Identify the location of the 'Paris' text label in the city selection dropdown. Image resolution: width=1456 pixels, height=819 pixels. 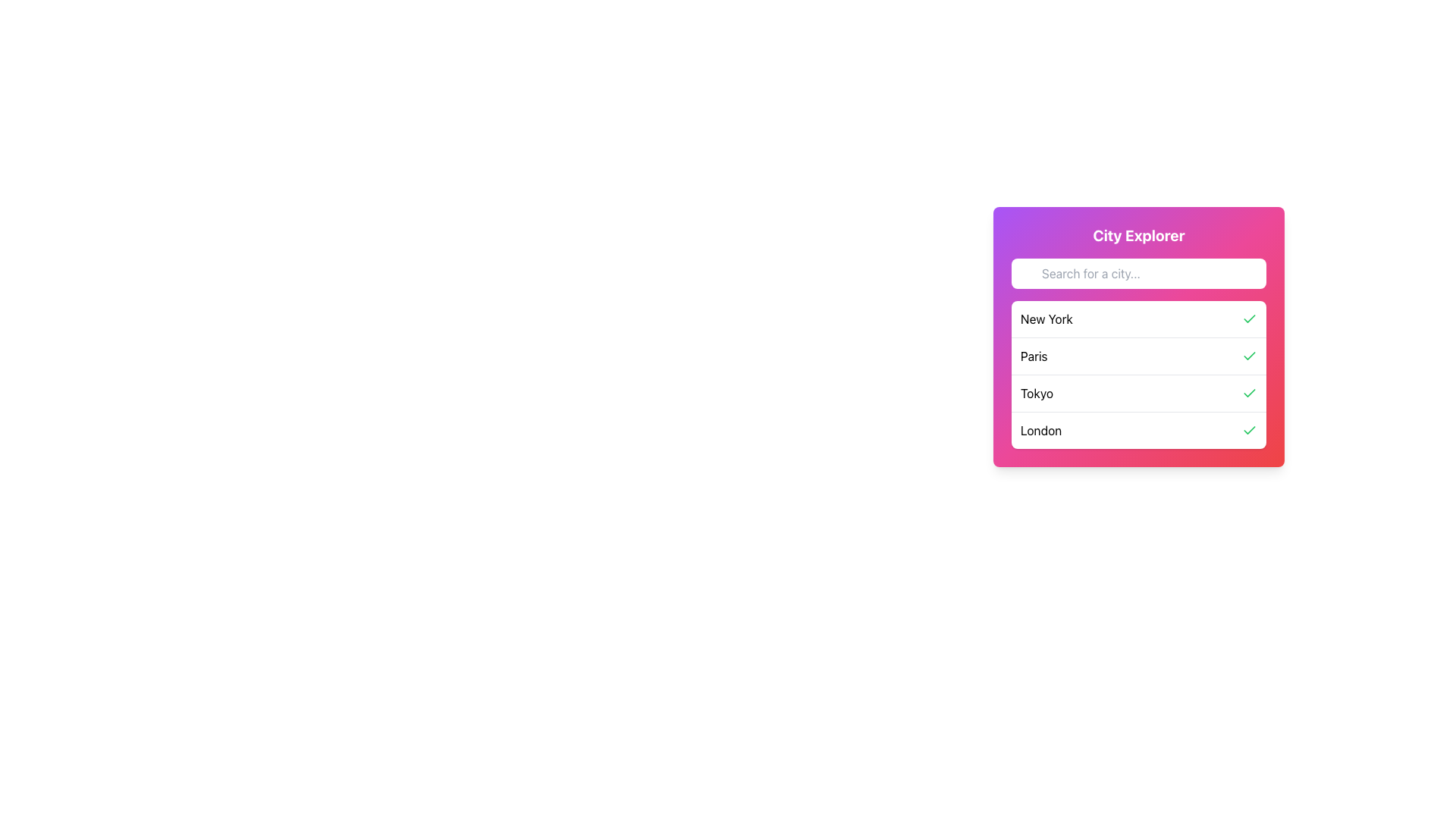
(1033, 356).